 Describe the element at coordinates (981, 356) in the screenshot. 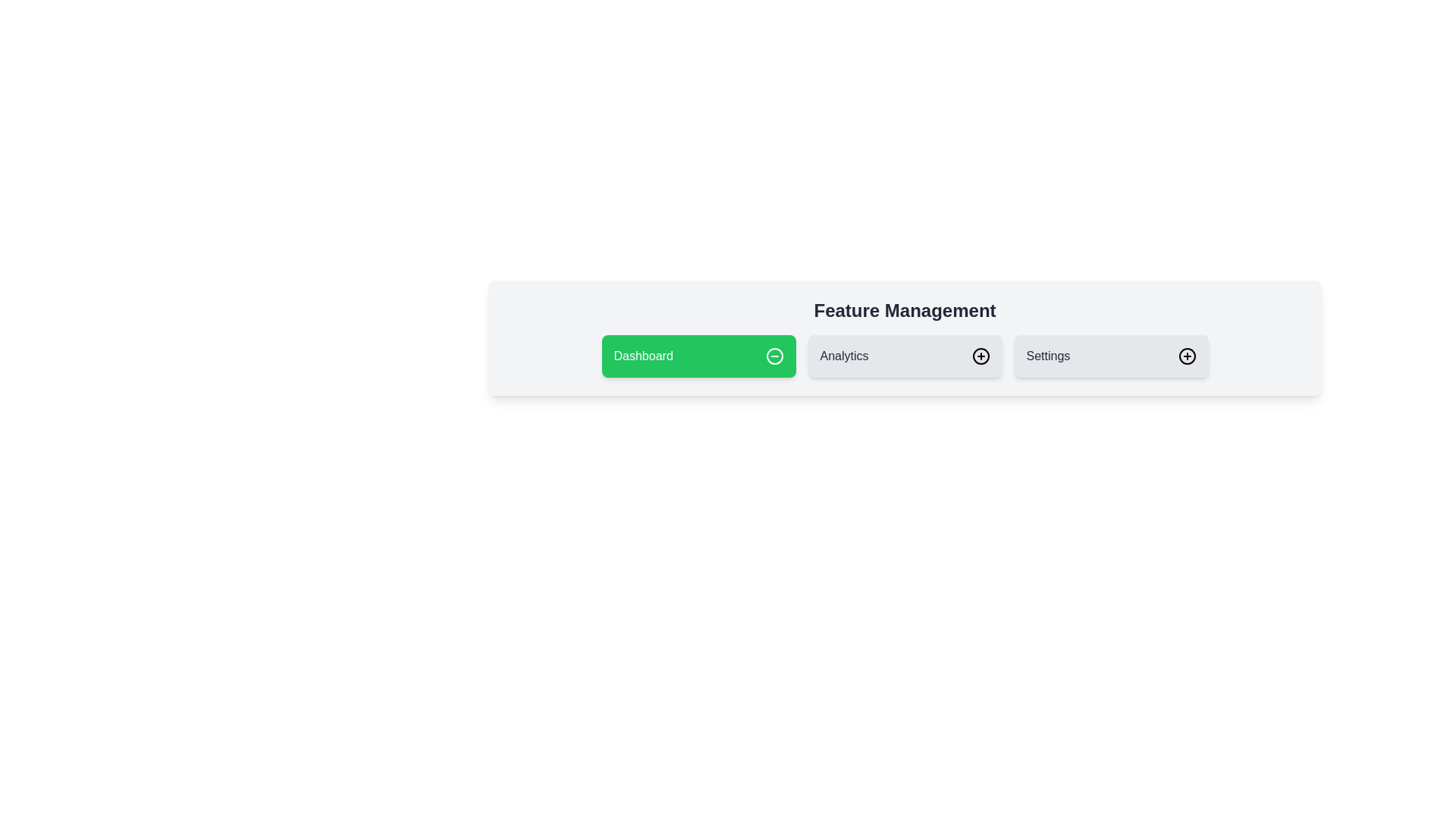

I see `the icon button located to the right of the 'Analytics' label, which is inside a gray rounded rectangle` at that location.